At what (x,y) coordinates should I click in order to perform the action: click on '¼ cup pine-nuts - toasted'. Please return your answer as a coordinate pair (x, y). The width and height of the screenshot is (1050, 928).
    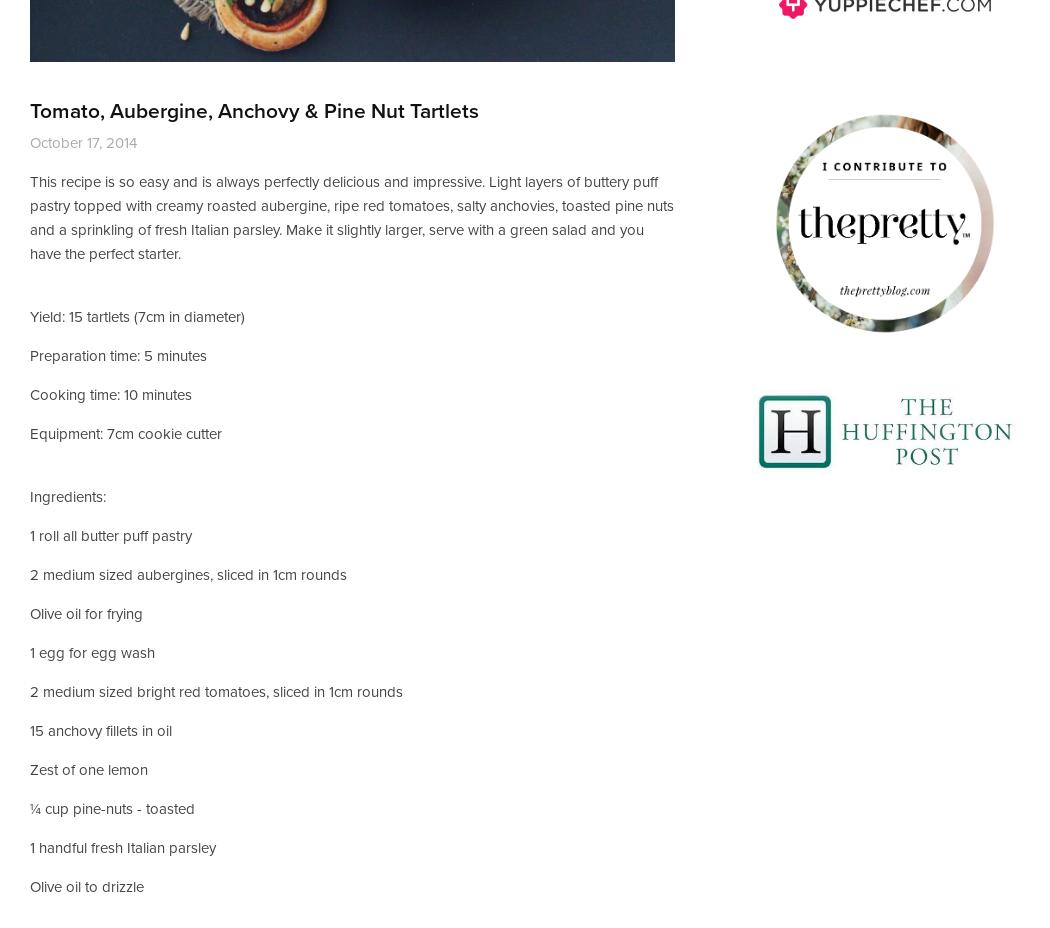
    Looking at the image, I should click on (112, 807).